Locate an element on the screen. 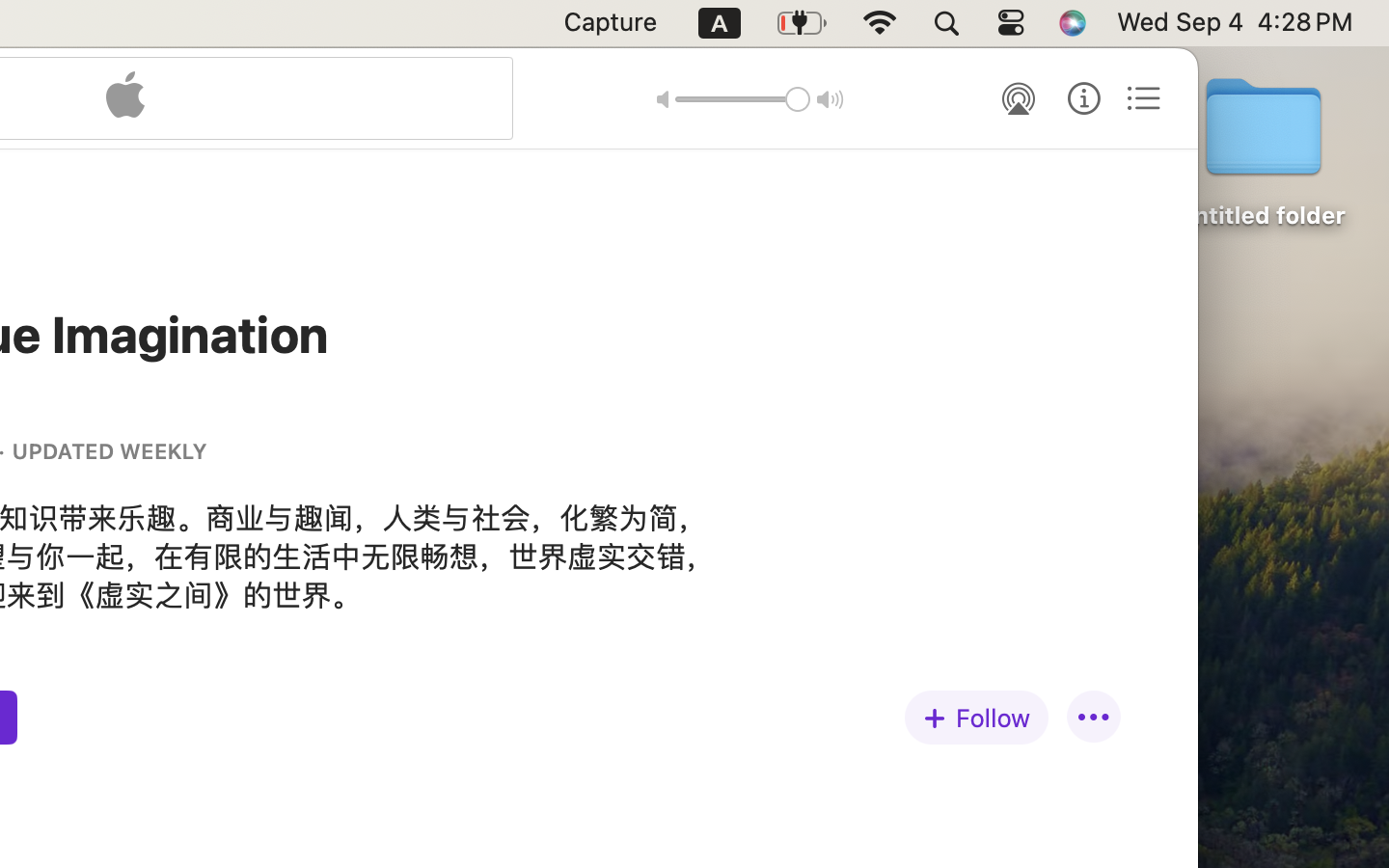 This screenshot has width=1389, height=868. '1.0' is located at coordinates (741, 97).